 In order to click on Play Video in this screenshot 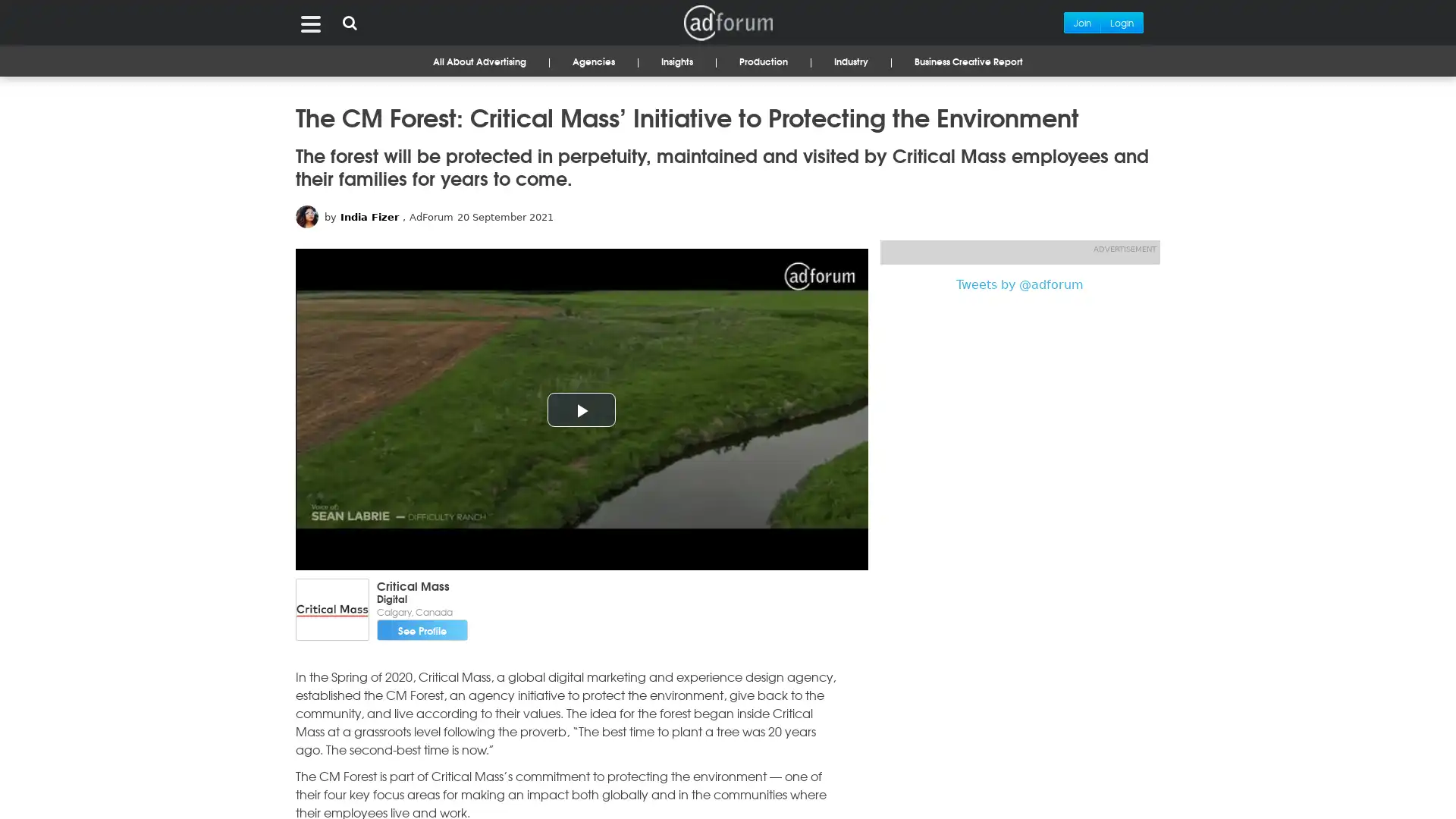, I will do `click(581, 408)`.